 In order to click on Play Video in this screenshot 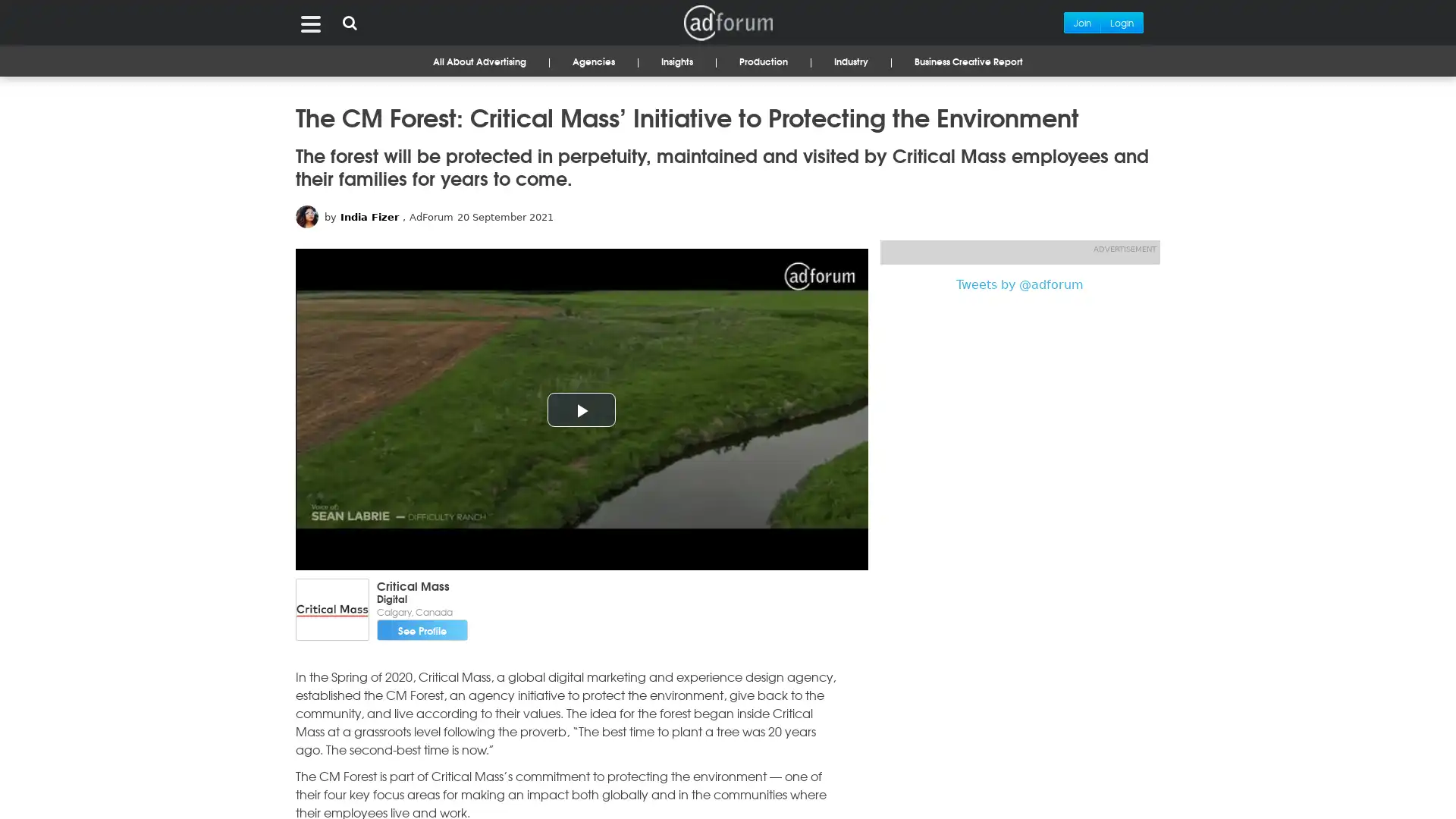, I will do `click(581, 408)`.